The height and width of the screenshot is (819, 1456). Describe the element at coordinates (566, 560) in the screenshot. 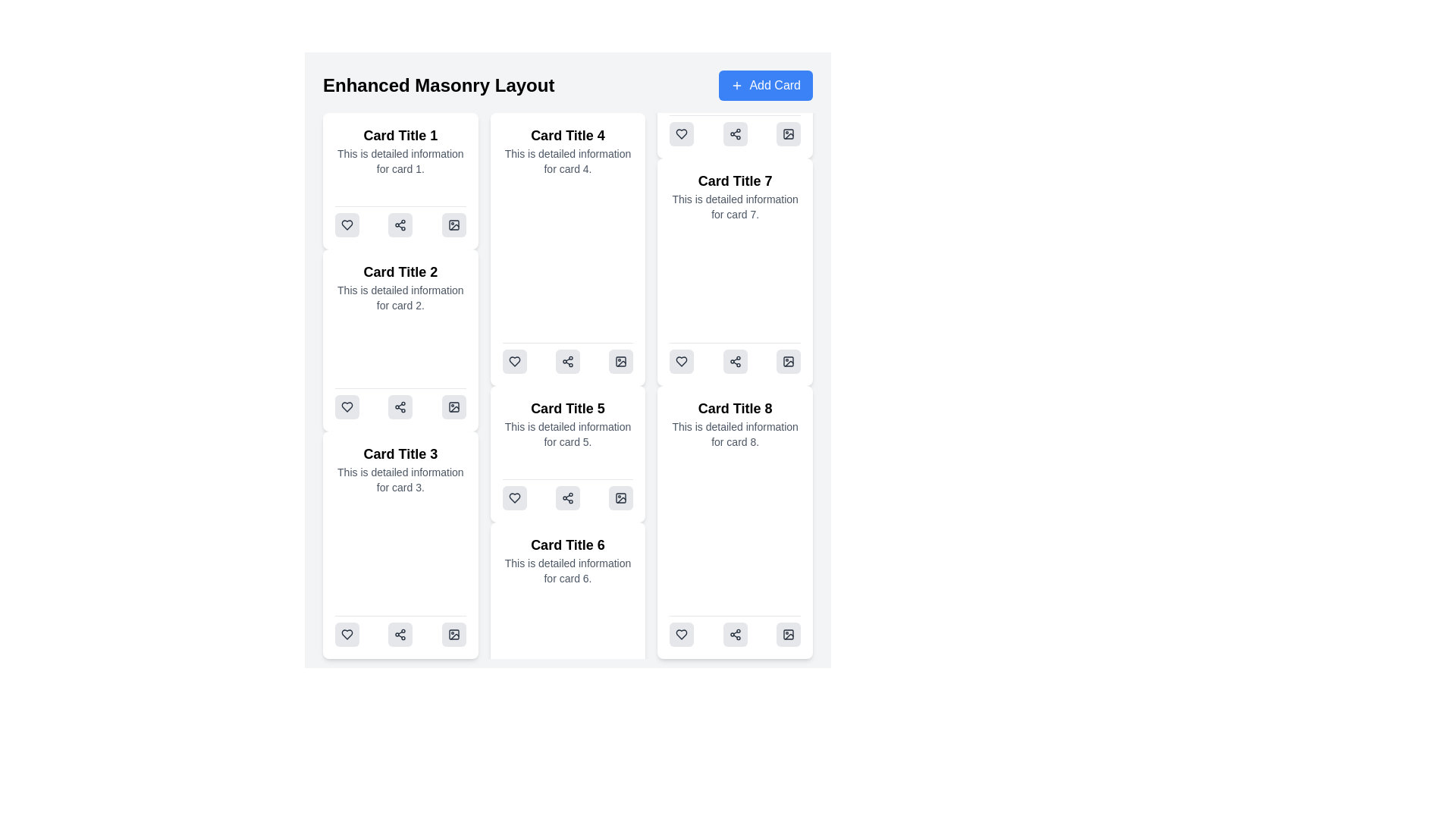

I see `text content of the Text Display Component that provides the title 'Card Title 6' and its short description, located in the main content area under 'Card Title 5'` at that location.